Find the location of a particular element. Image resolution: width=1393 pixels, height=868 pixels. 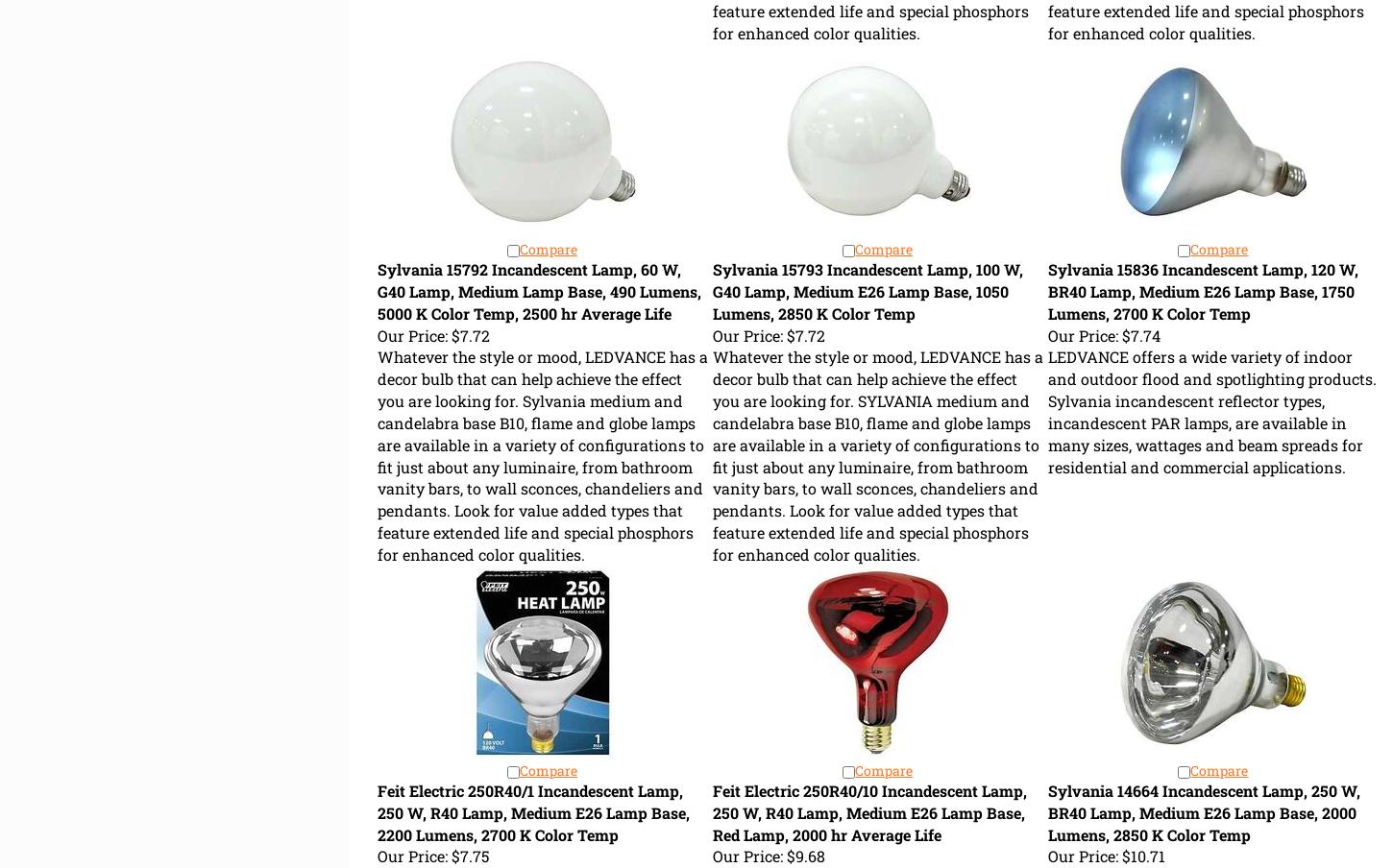

'Feit Electric 250R40/1 Incandescent Lamp, 250 W, R40 Lamp, Medium E26 Lamp Base, 2200 Lumens, 2700 K Color Temp' is located at coordinates (532, 810).